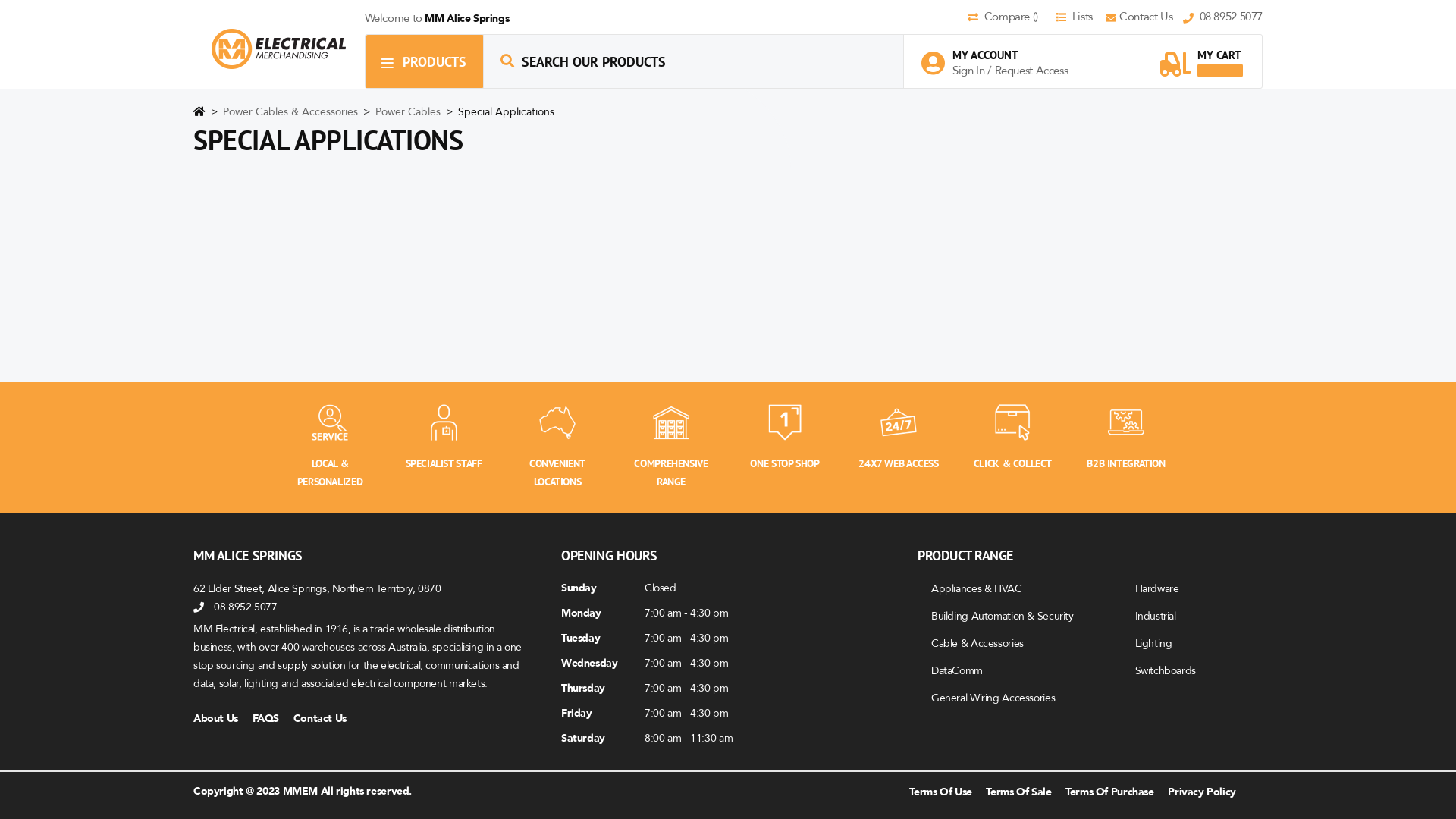 The height and width of the screenshot is (819, 1456). Describe the element at coordinates (1200, 790) in the screenshot. I see `'Privacy Policy'` at that location.